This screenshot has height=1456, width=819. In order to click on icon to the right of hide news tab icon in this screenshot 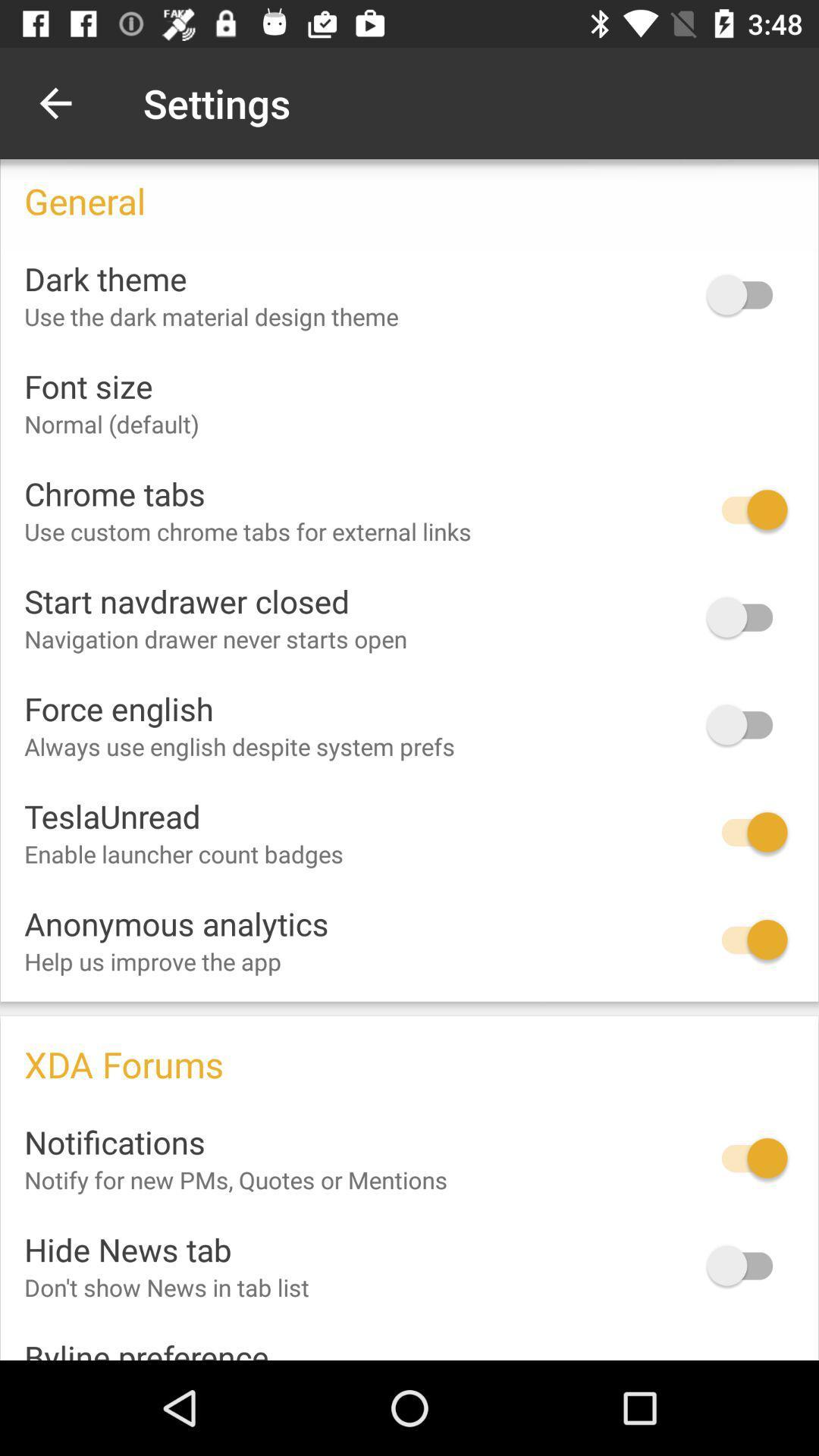, I will do `click(746, 1266)`.